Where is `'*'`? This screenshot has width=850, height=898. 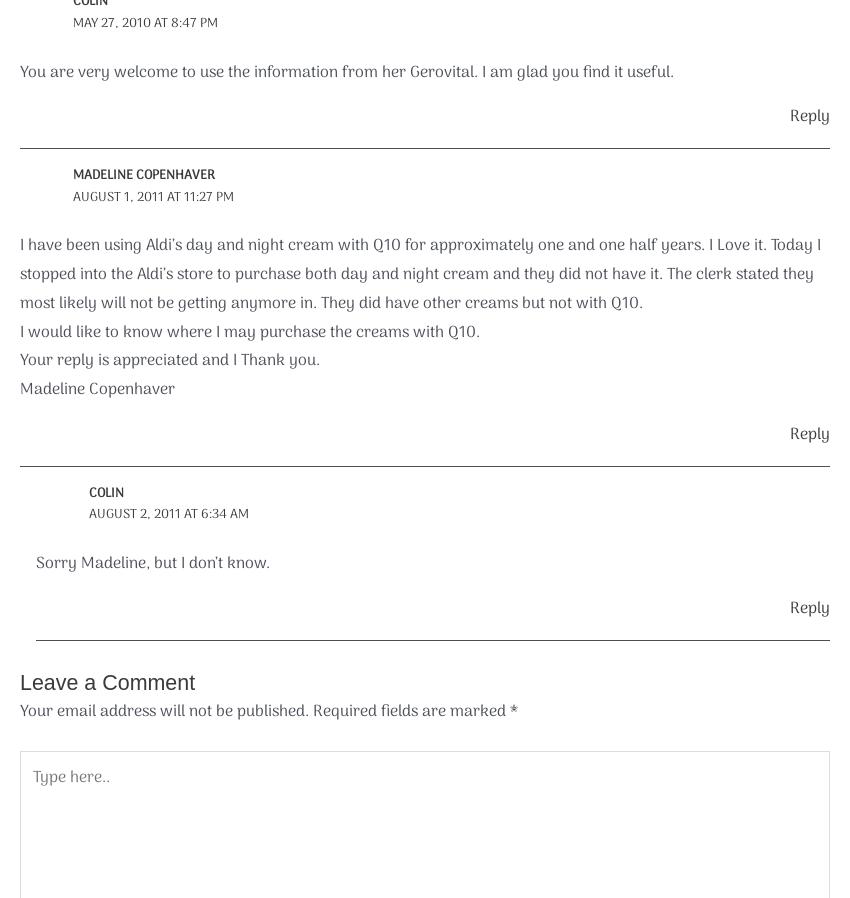
'*' is located at coordinates (510, 711).